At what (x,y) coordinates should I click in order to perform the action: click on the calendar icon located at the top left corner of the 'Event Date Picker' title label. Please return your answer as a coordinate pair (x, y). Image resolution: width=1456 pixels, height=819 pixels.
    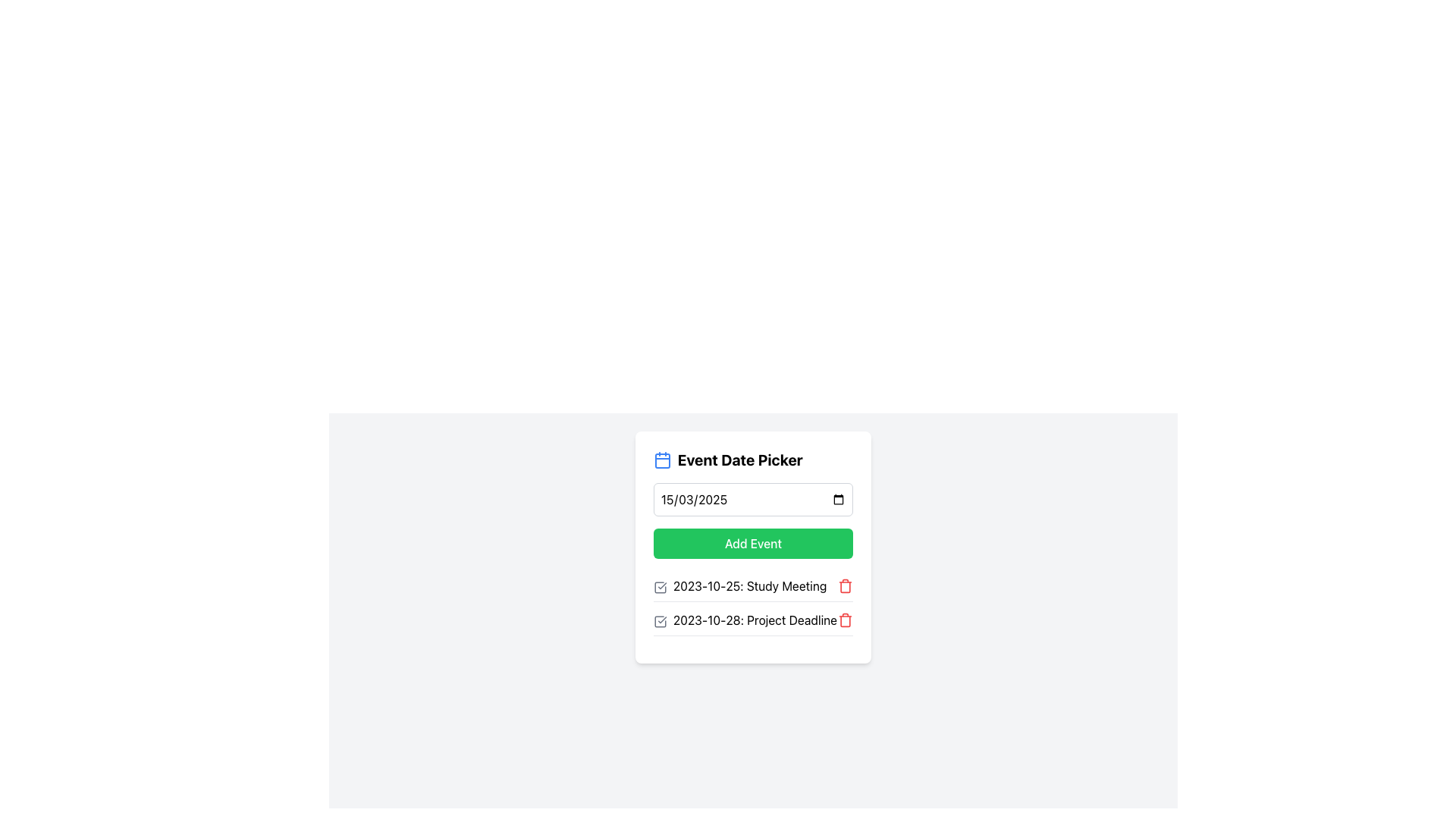
    Looking at the image, I should click on (662, 459).